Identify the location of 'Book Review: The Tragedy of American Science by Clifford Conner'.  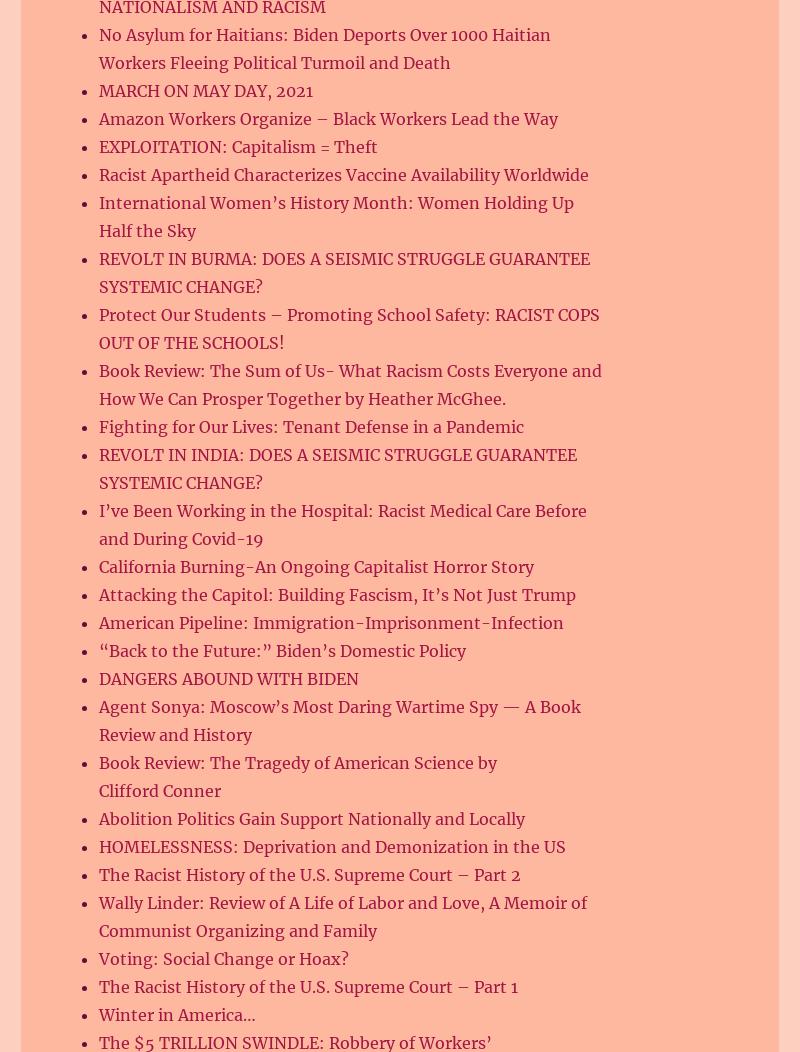
(298, 776).